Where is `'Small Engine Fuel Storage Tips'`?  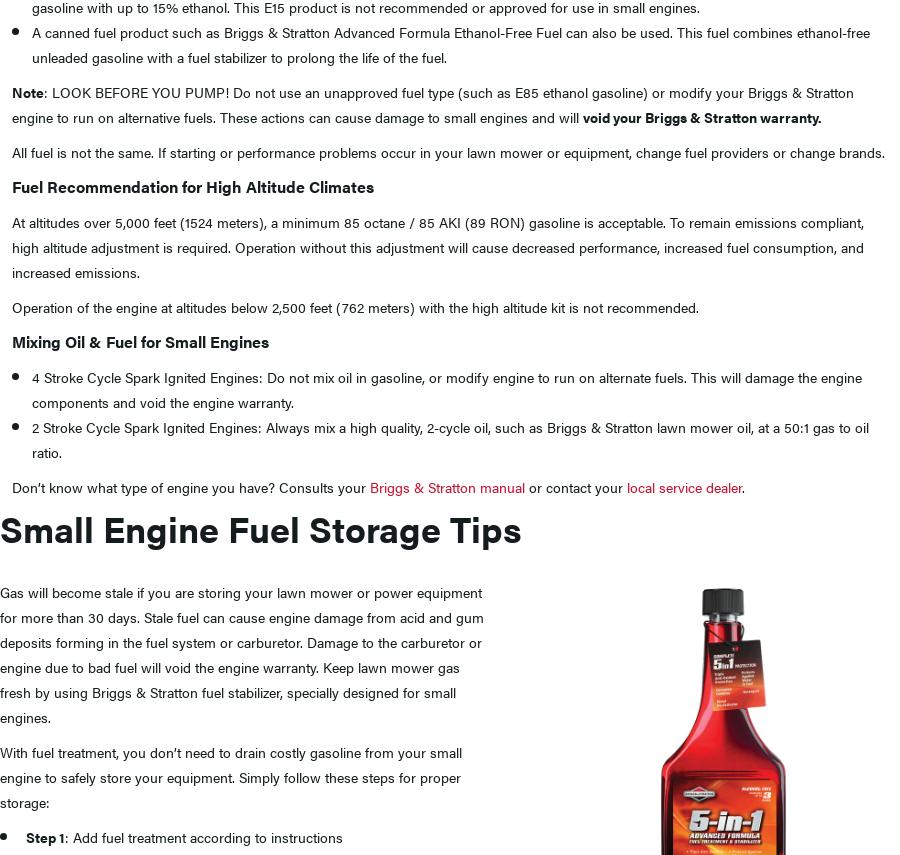 'Small Engine Fuel Storage Tips' is located at coordinates (260, 527).